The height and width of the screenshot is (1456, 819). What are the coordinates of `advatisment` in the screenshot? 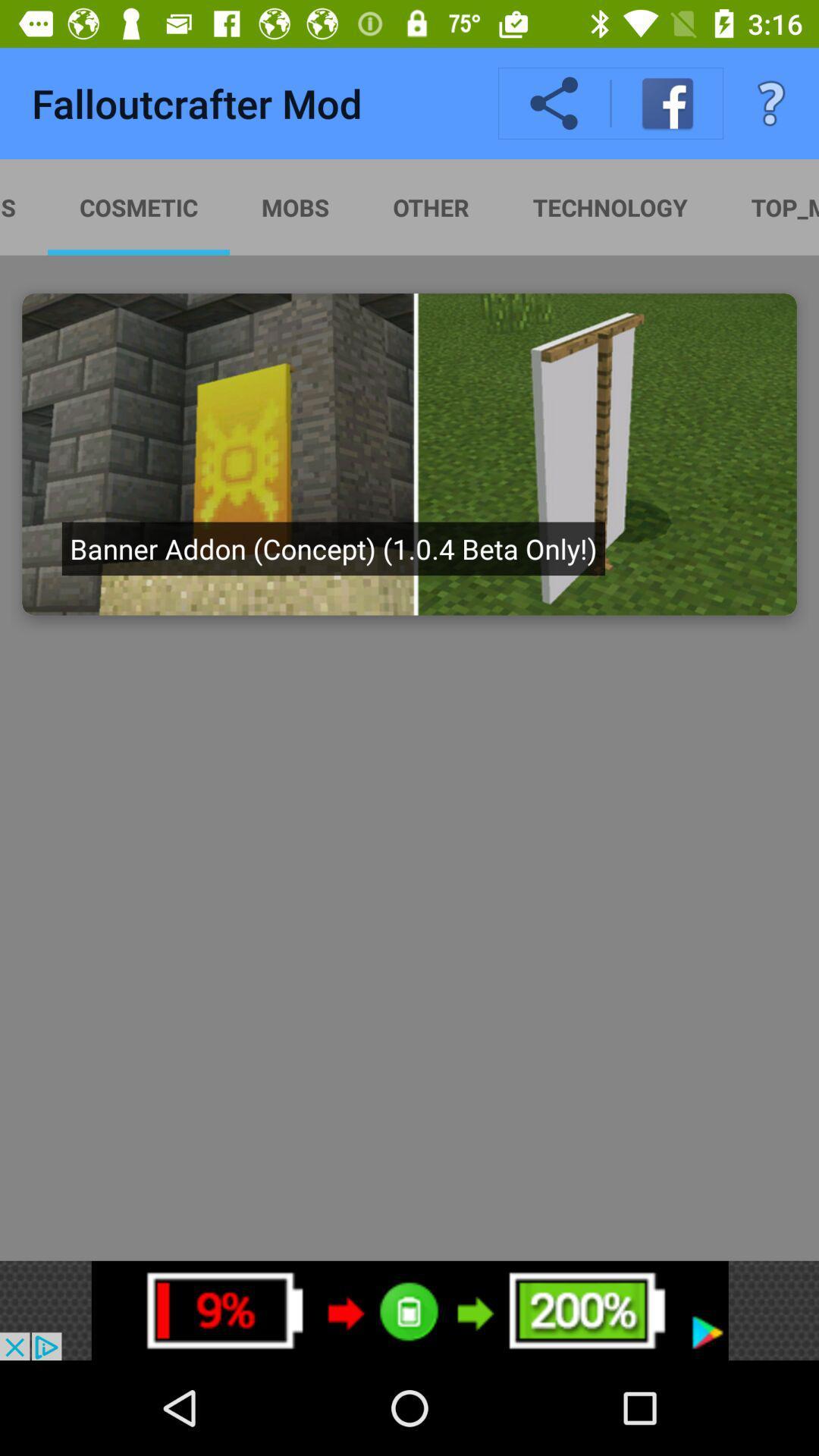 It's located at (409, 453).